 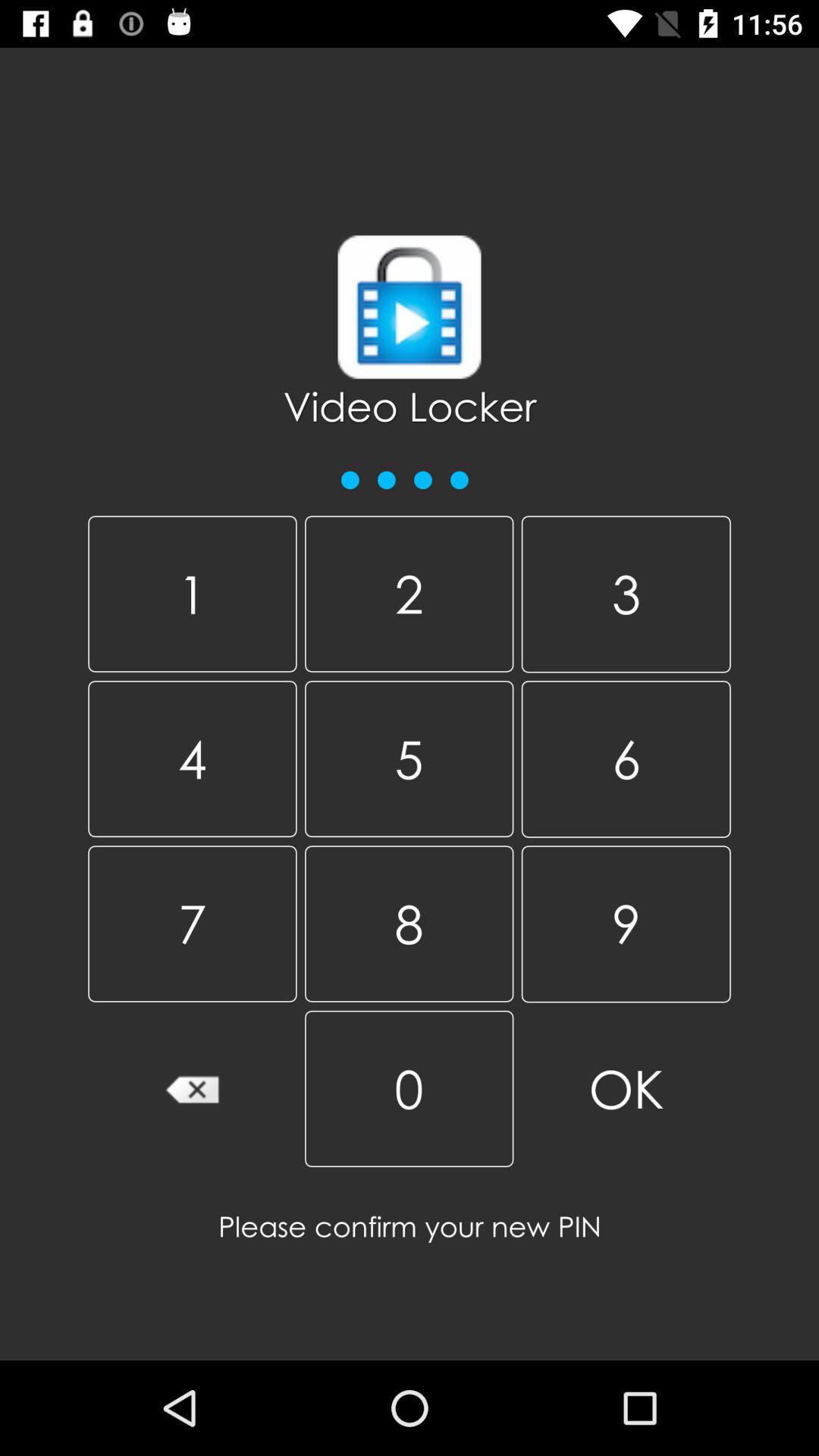 I want to click on the icon above the 5, so click(x=626, y=593).